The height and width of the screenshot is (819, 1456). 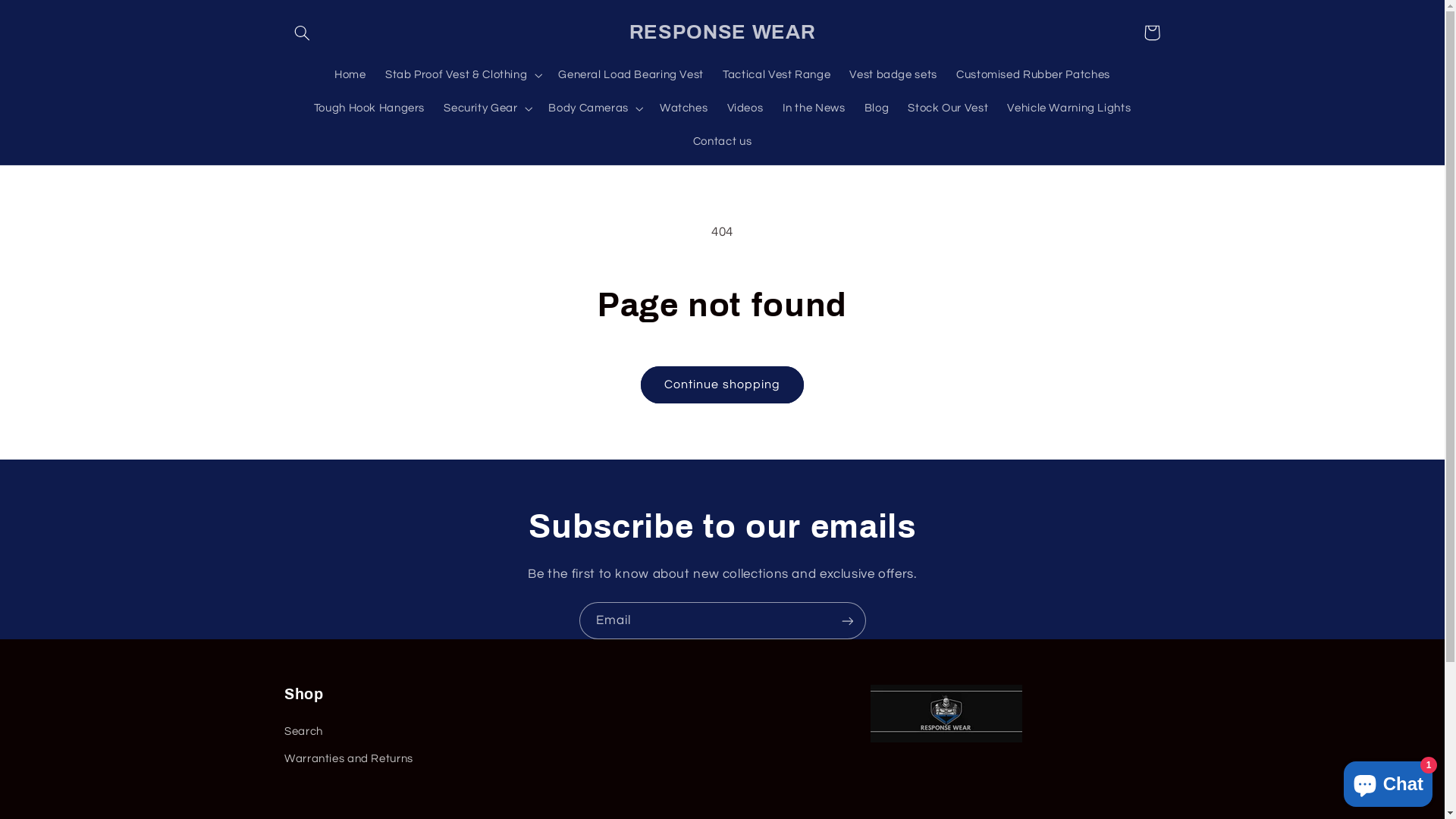 What do you see at coordinates (813, 107) in the screenshot?
I see `'In the News'` at bounding box center [813, 107].